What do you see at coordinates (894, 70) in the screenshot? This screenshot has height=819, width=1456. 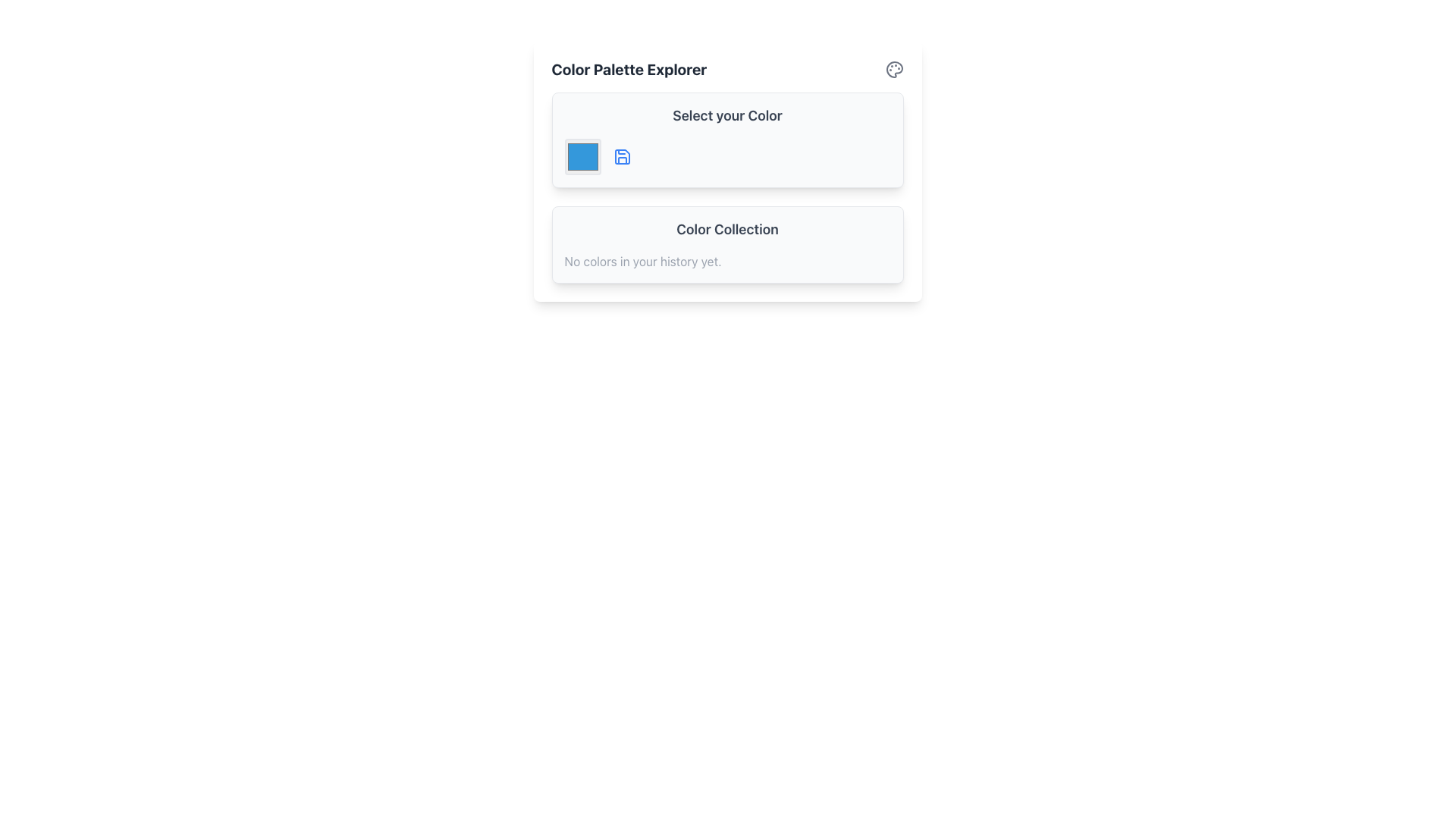 I see `the decorative color palette icon located to the far right of the 'Color Palette Explorer' heading` at bounding box center [894, 70].